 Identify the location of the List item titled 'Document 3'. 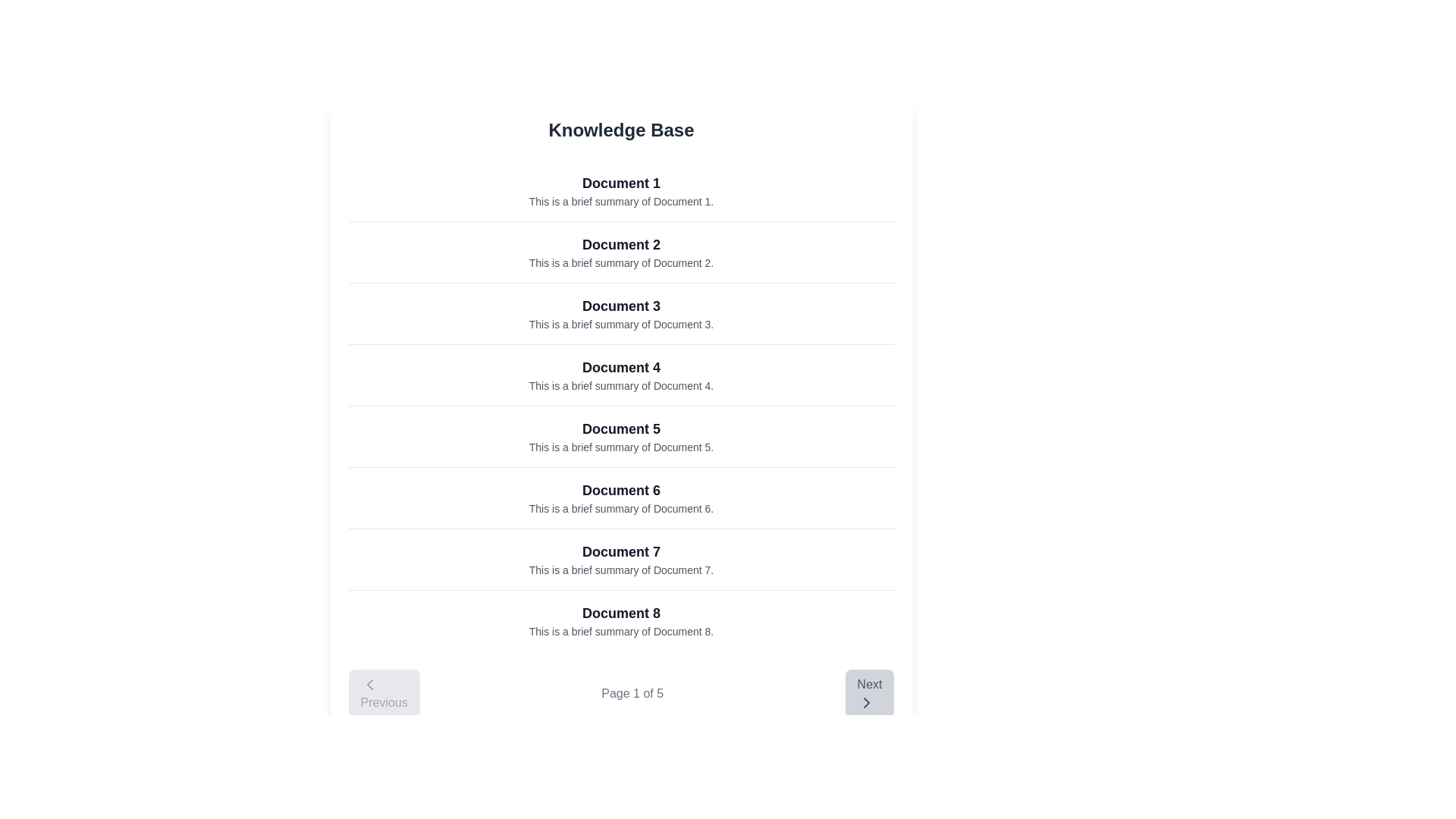
(621, 312).